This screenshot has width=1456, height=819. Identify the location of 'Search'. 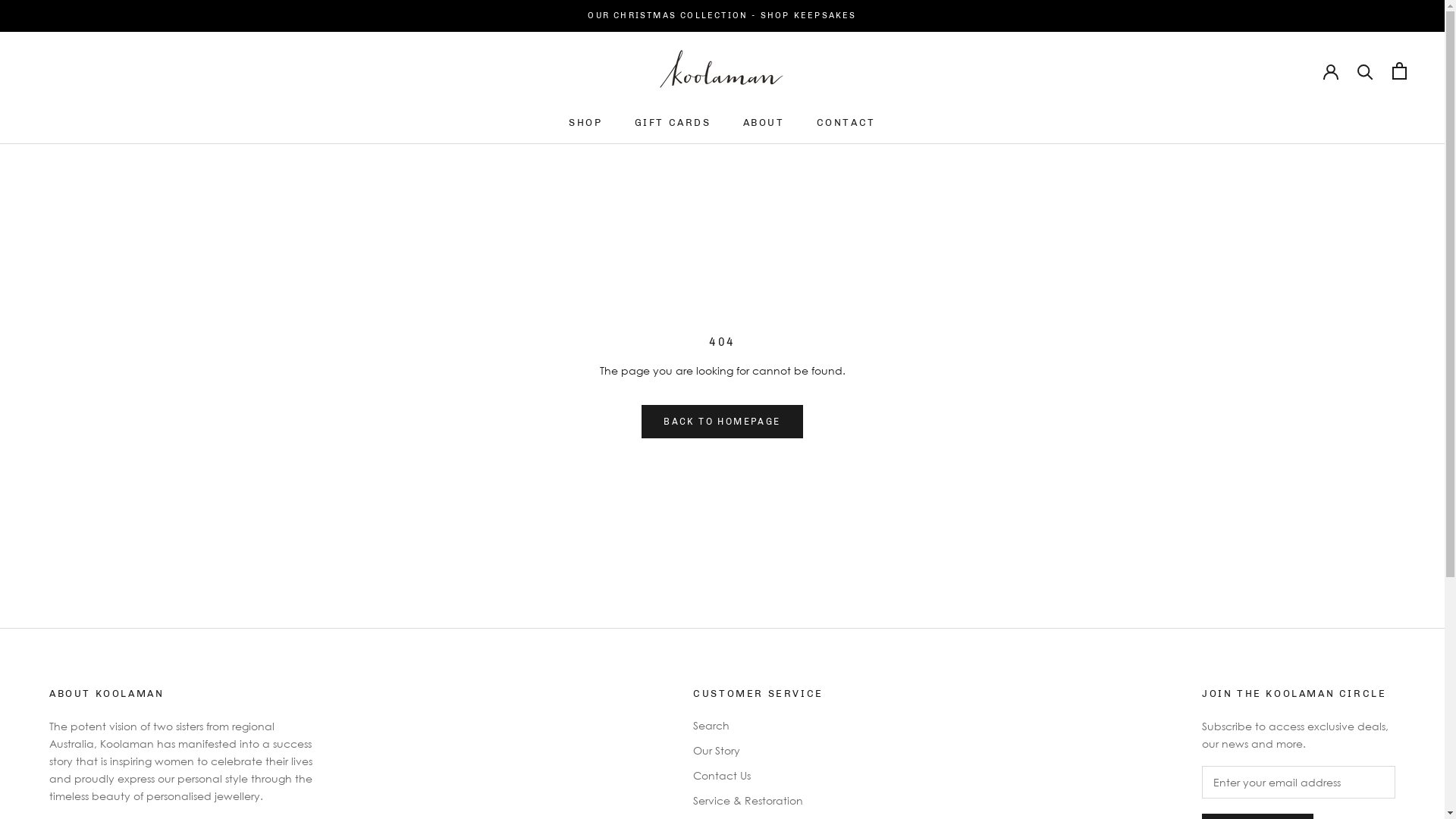
(692, 724).